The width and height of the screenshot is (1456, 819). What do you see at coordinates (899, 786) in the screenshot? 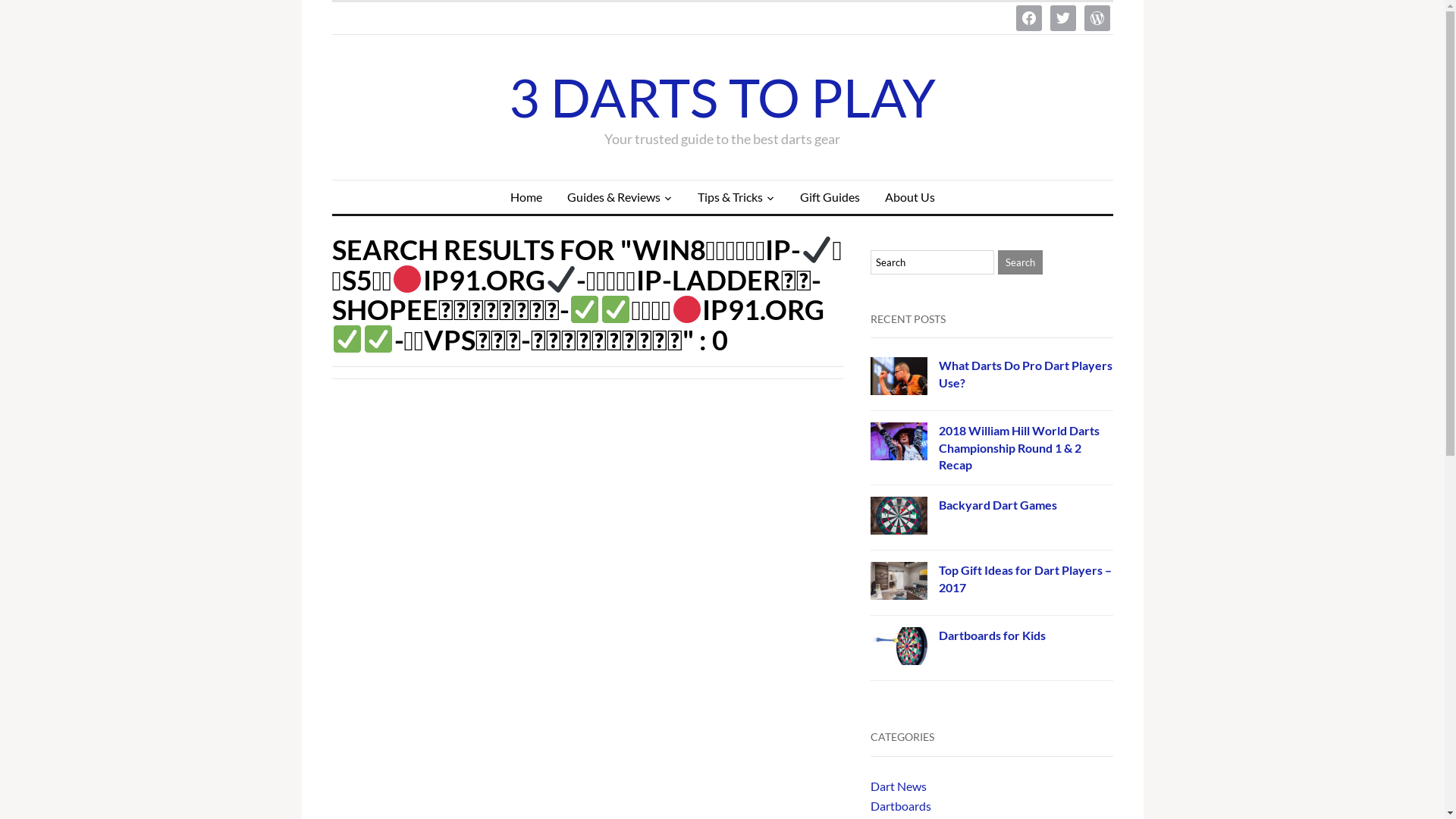
I see `'Dart News'` at bounding box center [899, 786].